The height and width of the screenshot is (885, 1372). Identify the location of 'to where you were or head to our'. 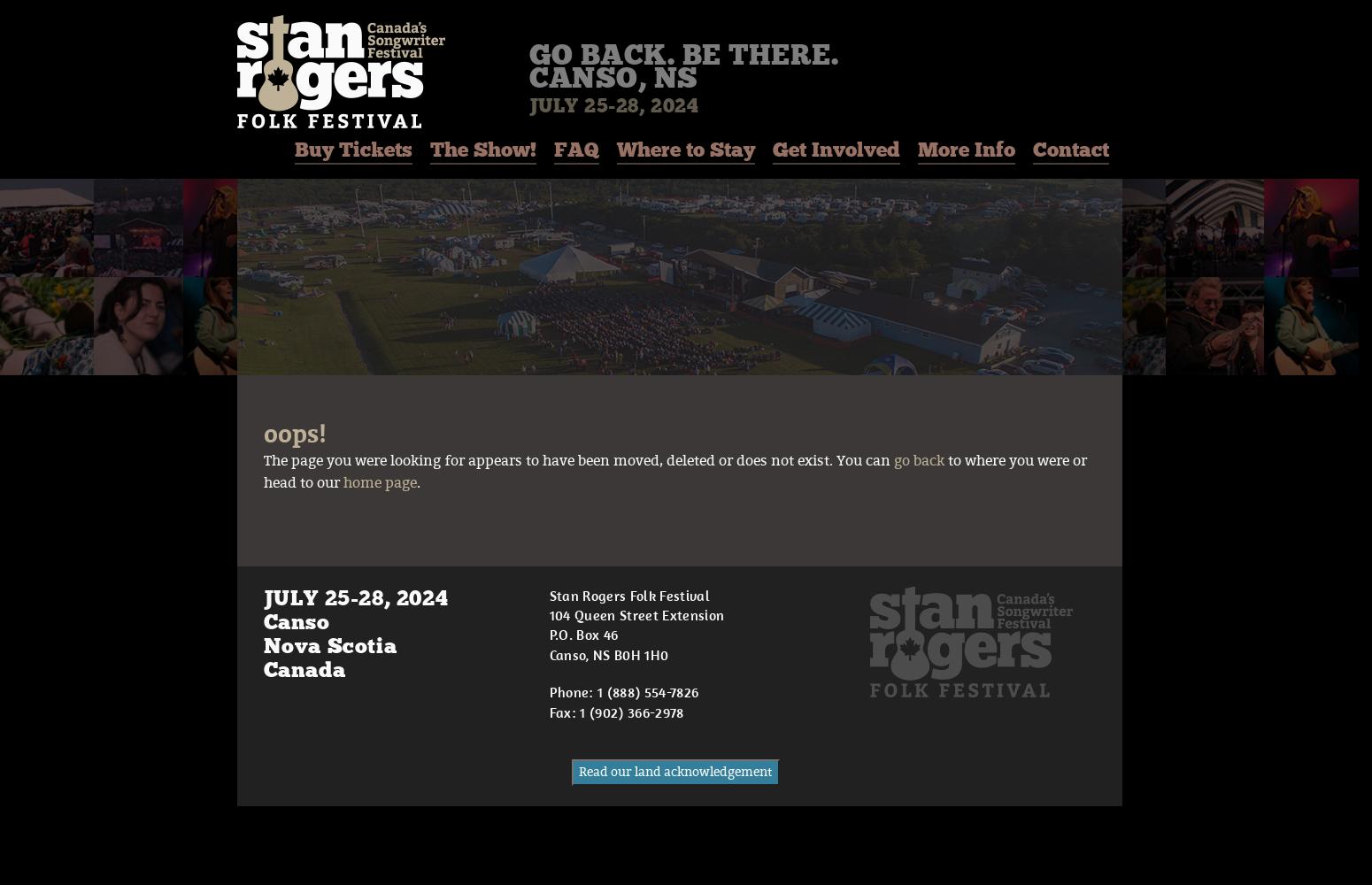
(674, 472).